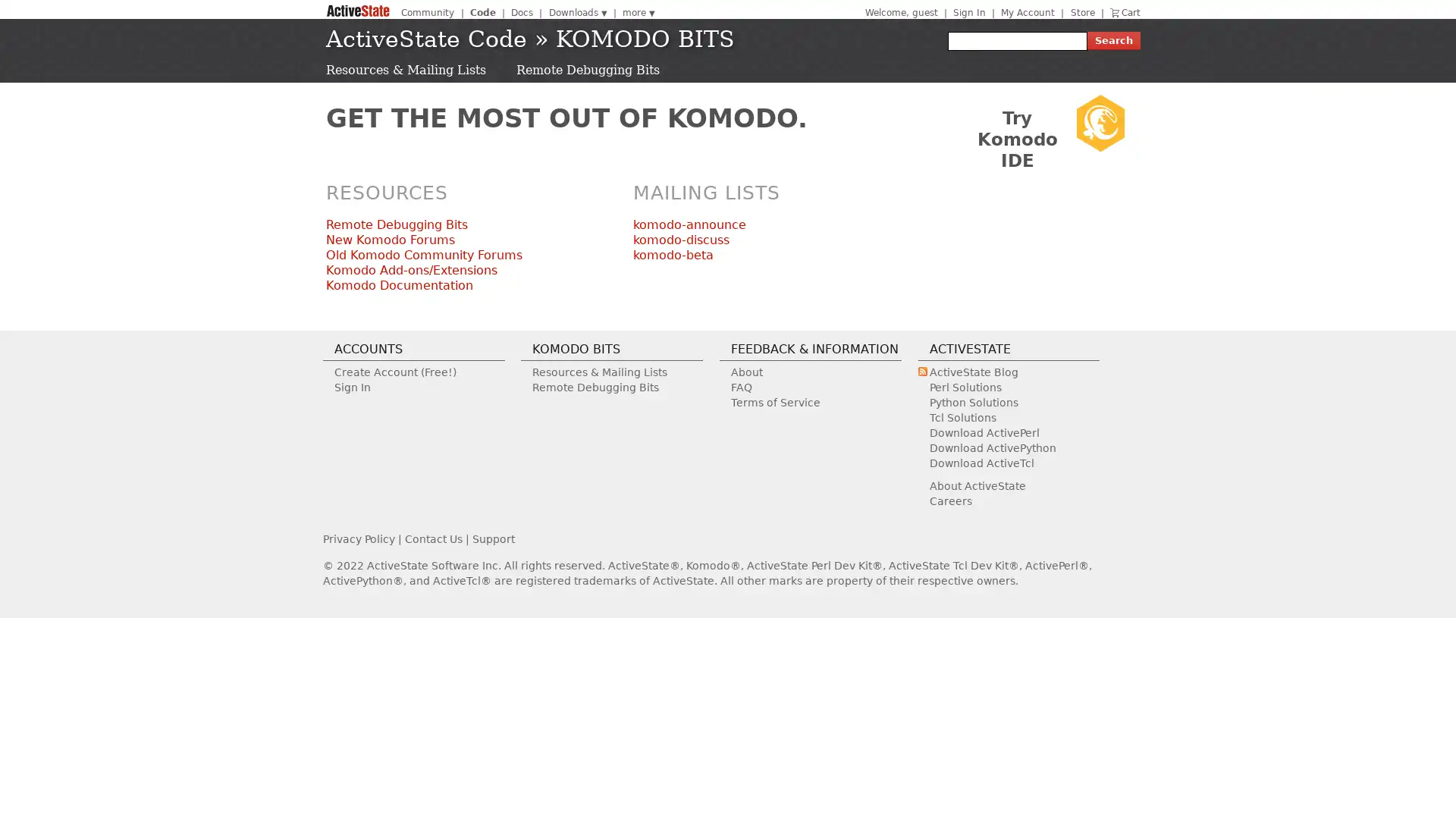 This screenshot has height=819, width=1456. Describe the element at coordinates (1113, 40) in the screenshot. I see `Search` at that location.